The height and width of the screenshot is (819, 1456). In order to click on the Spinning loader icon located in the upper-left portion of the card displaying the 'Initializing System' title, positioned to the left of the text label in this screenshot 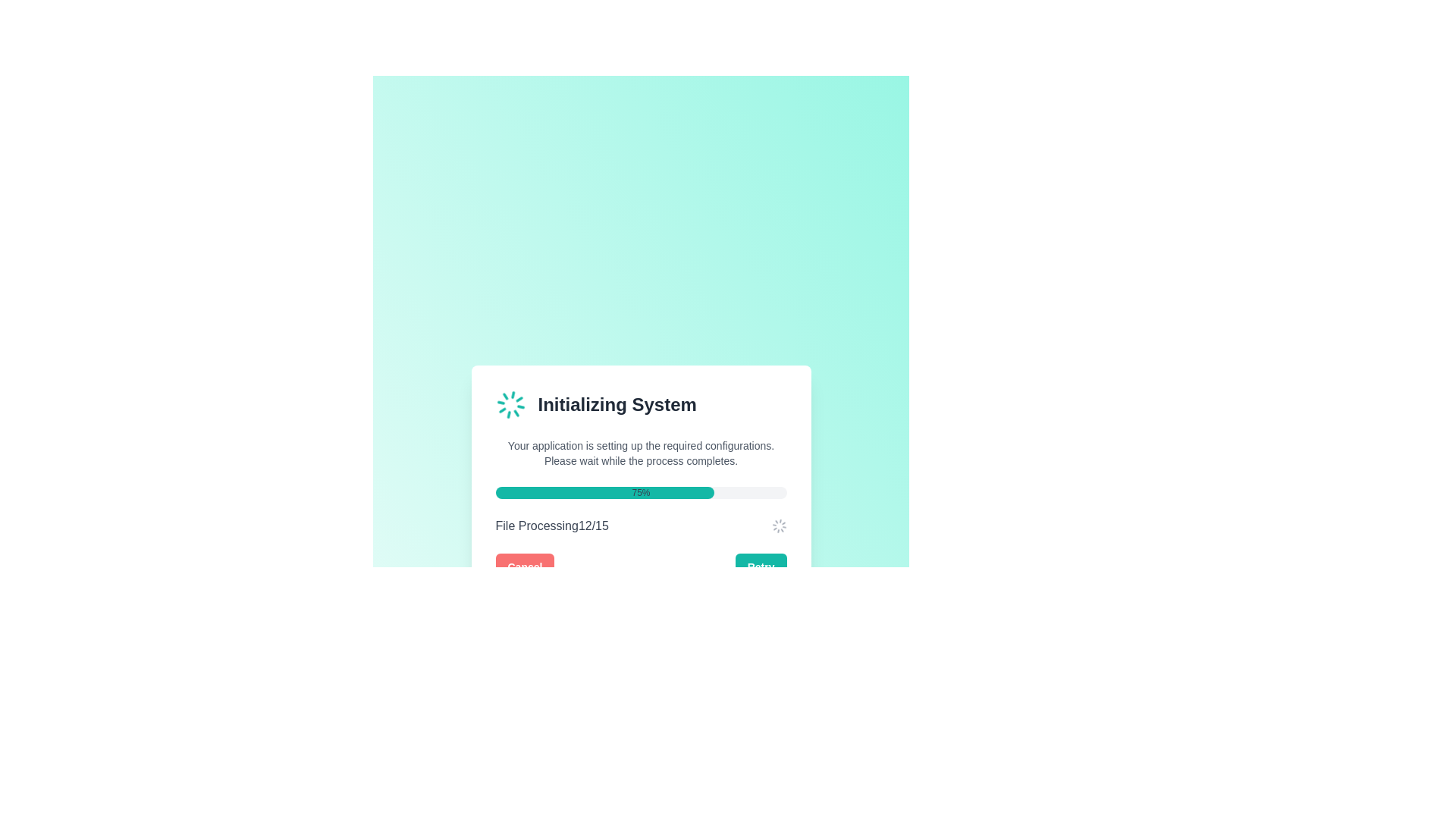, I will do `click(510, 403)`.